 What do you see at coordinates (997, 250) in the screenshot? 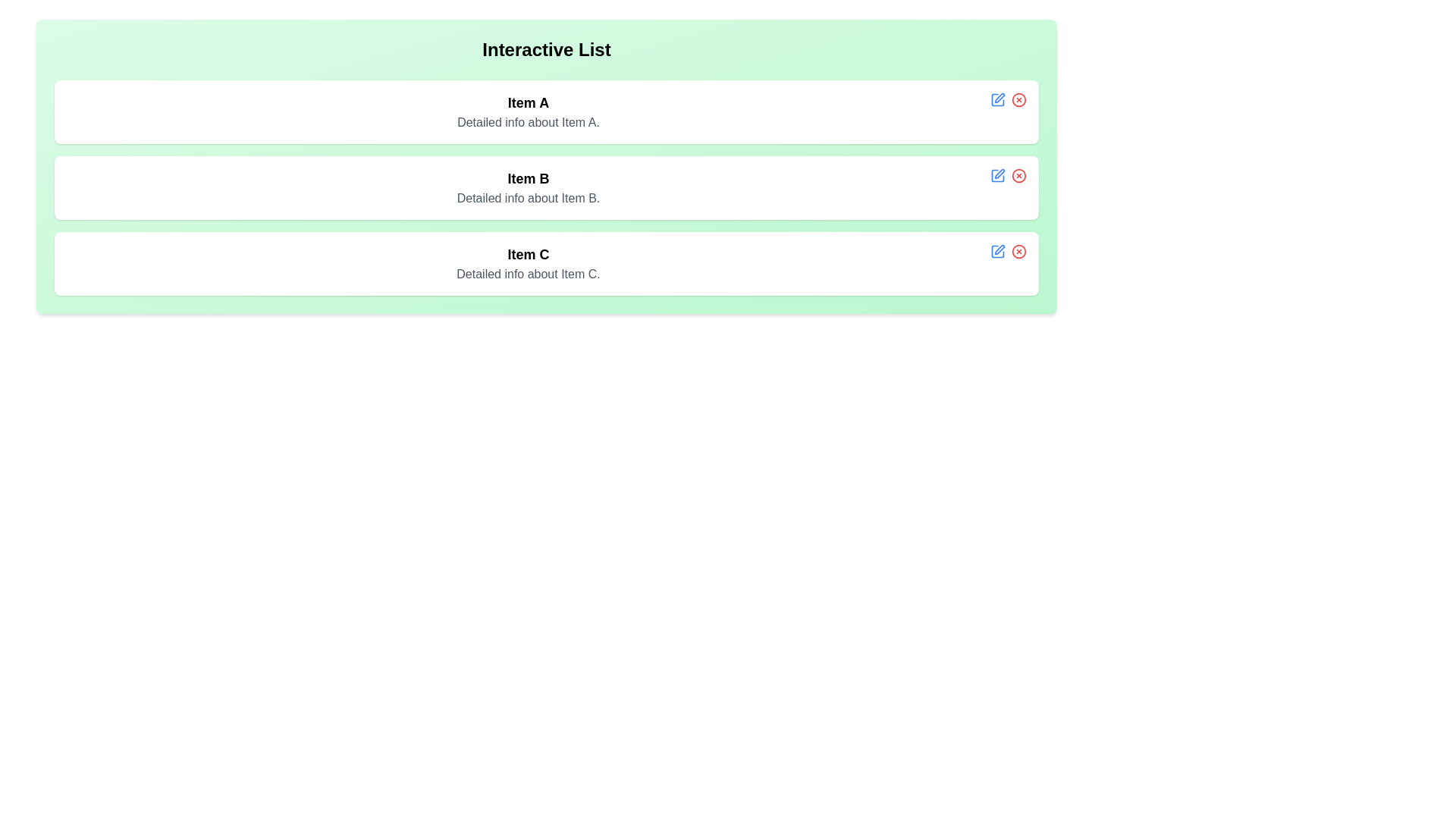
I see `the blue outlined pen icon button located at the bottom-right corner of the last entry in the vertical list` at bounding box center [997, 250].